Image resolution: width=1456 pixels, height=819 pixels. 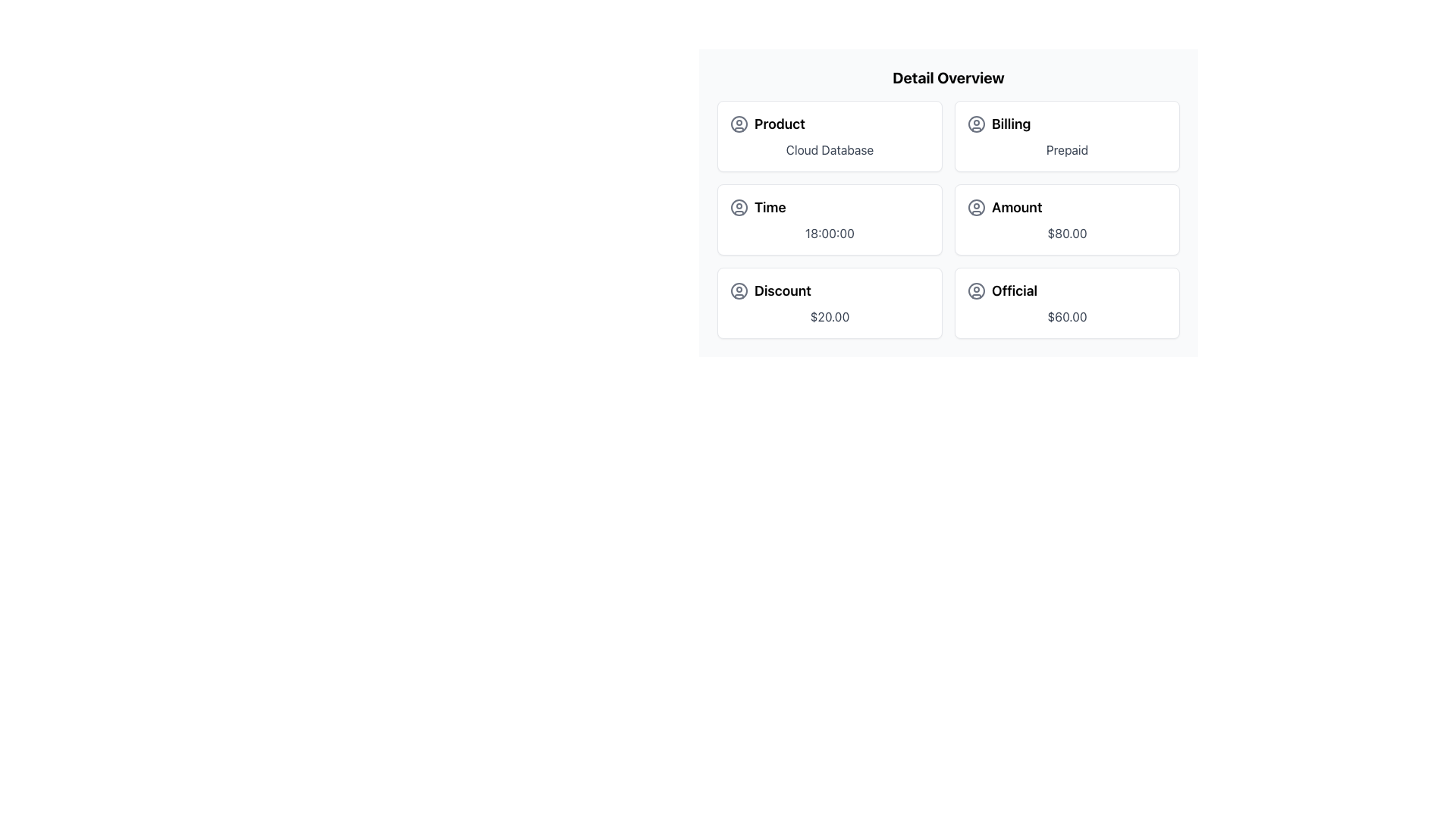 I want to click on the user avatar icon, which is a circular outline with a smaller circle inside, located in the top-center section of the 'Billing' card, to the left of the 'Billing' label, so click(x=976, y=124).